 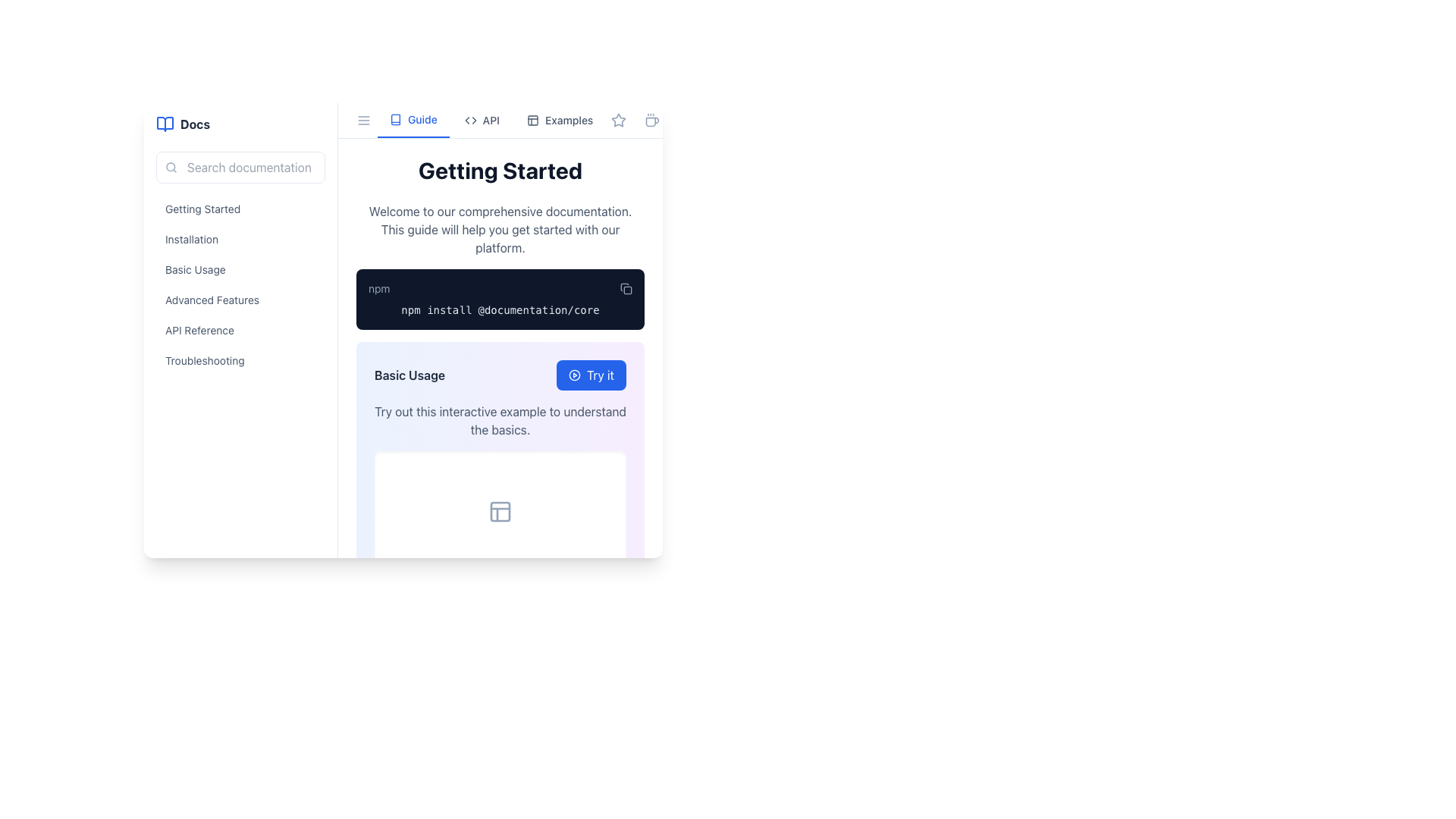 What do you see at coordinates (413, 119) in the screenshot?
I see `the 'Guide' Navigation Tab, which features a blue text label and a book icon` at bounding box center [413, 119].